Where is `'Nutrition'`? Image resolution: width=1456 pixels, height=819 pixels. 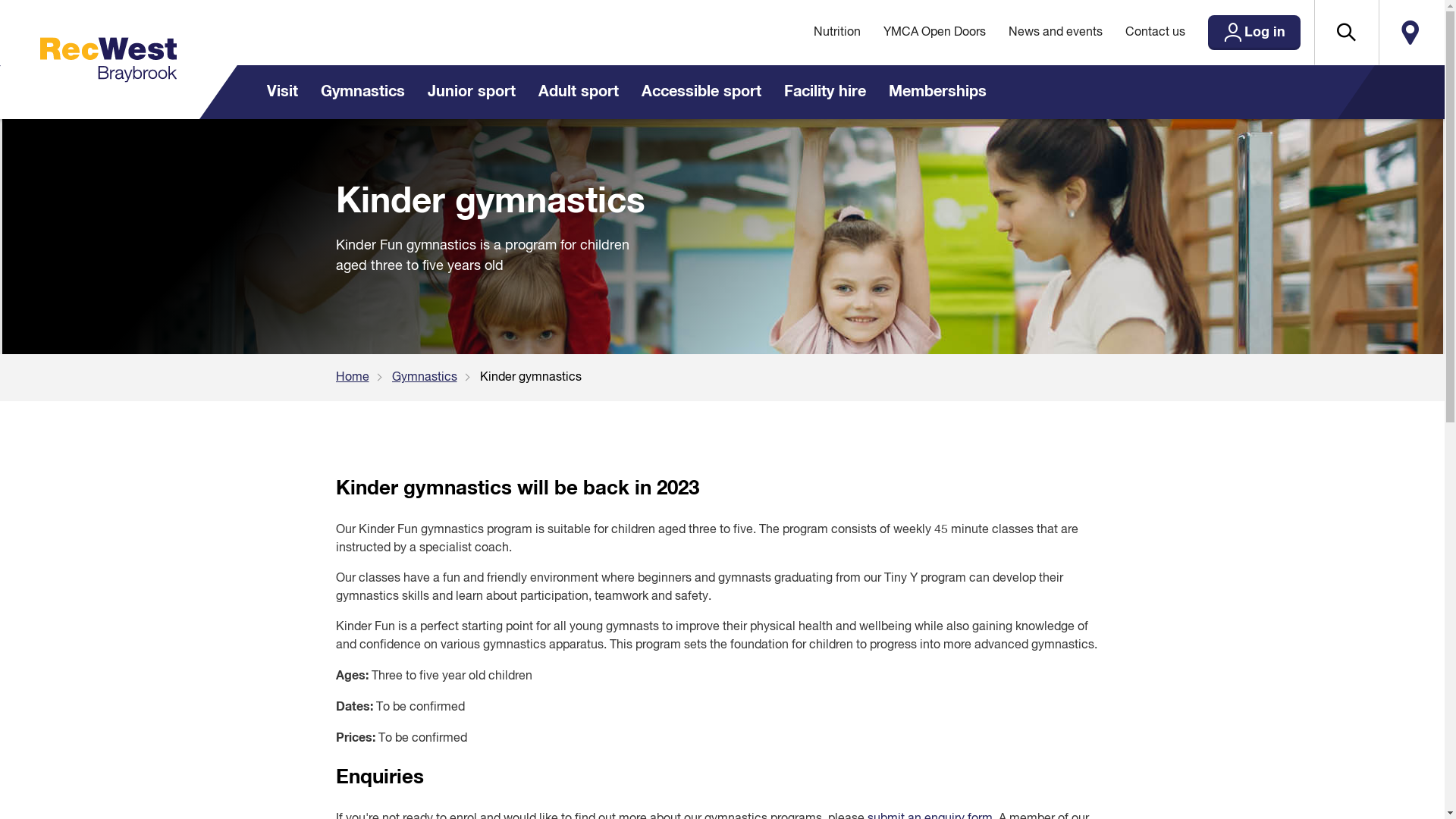 'Nutrition' is located at coordinates (801, 32).